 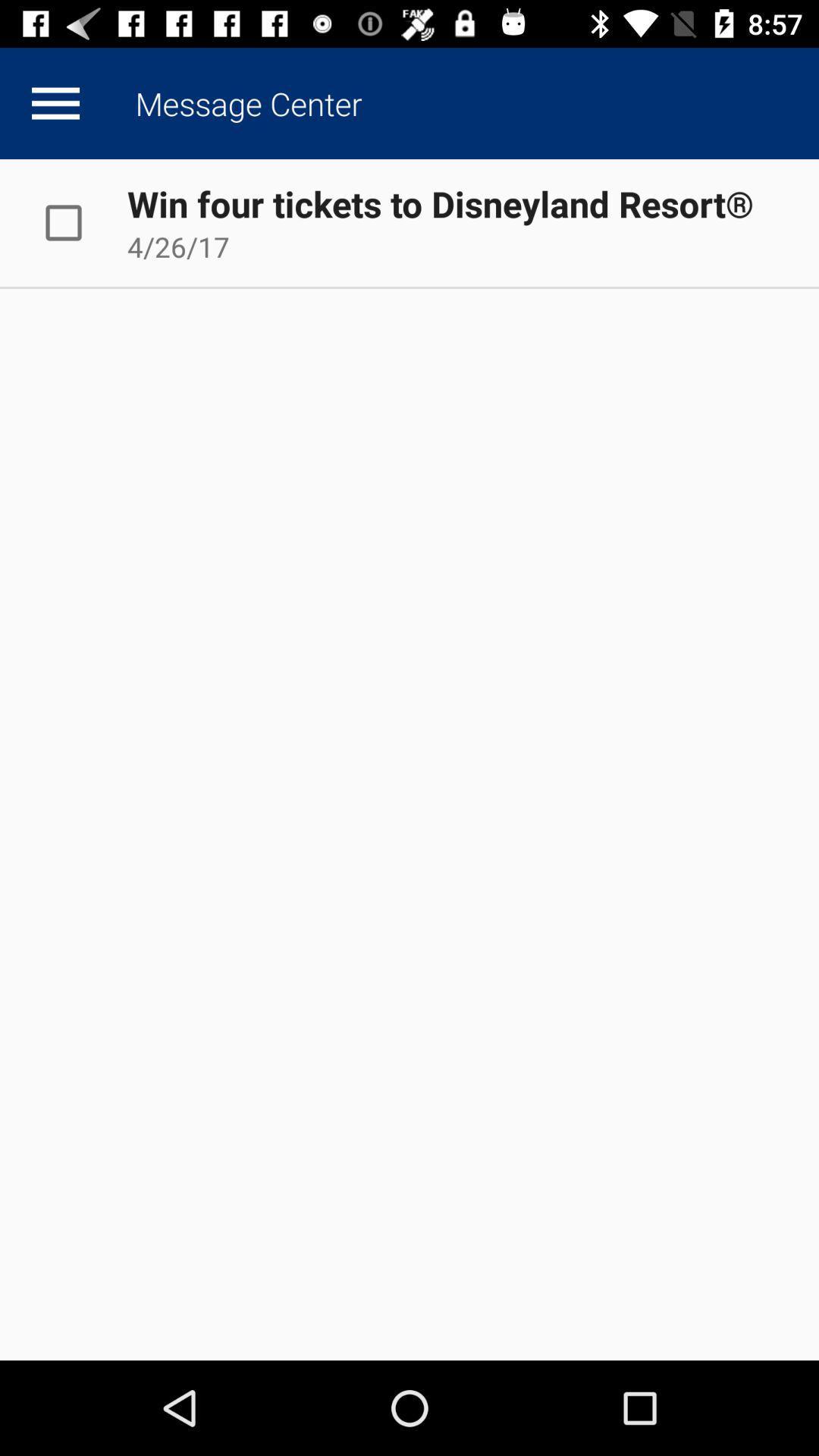 What do you see at coordinates (440, 202) in the screenshot?
I see `app above 4/26/17` at bounding box center [440, 202].